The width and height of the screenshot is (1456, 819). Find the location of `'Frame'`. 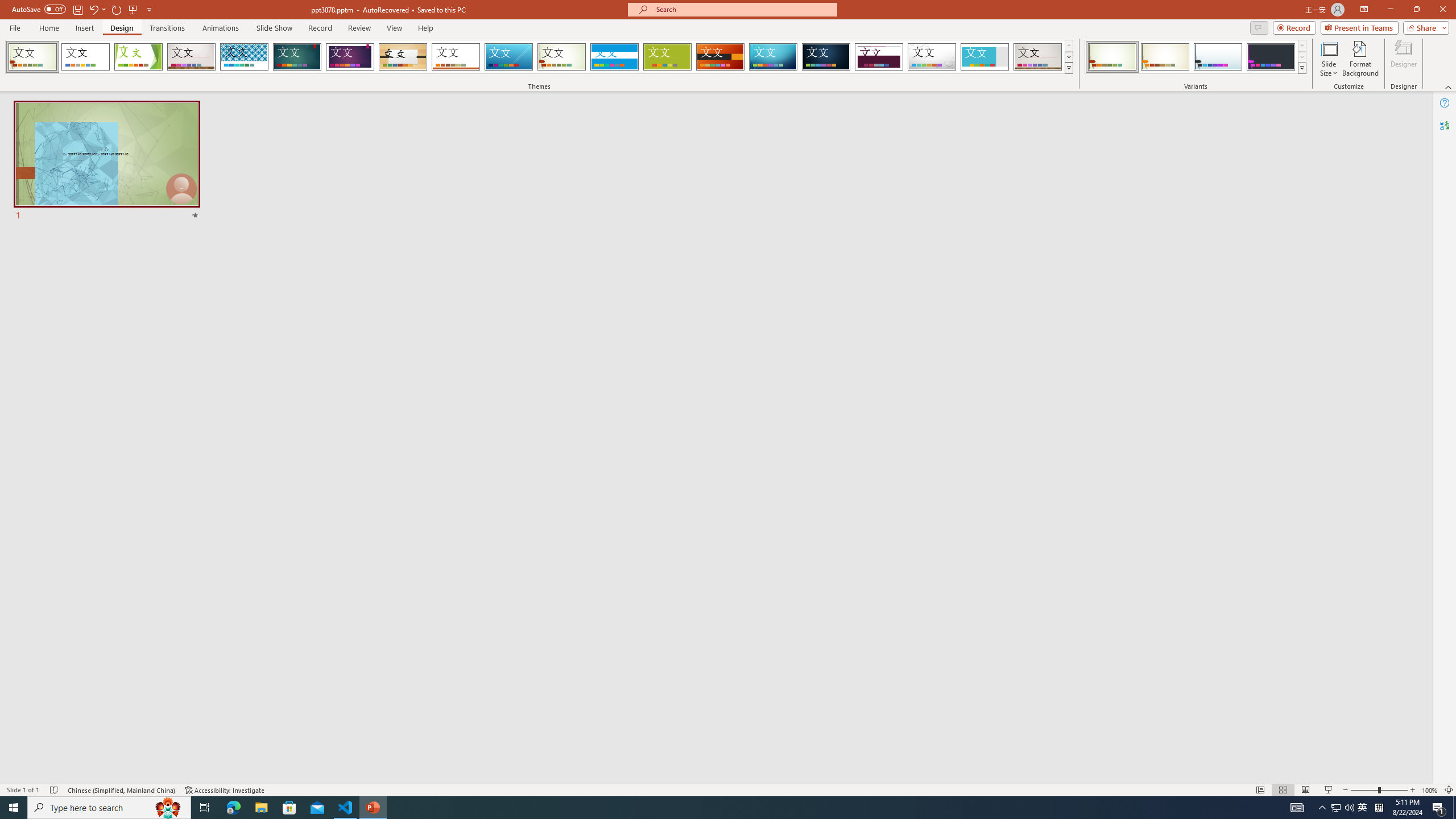

'Frame' is located at coordinates (985, 56).